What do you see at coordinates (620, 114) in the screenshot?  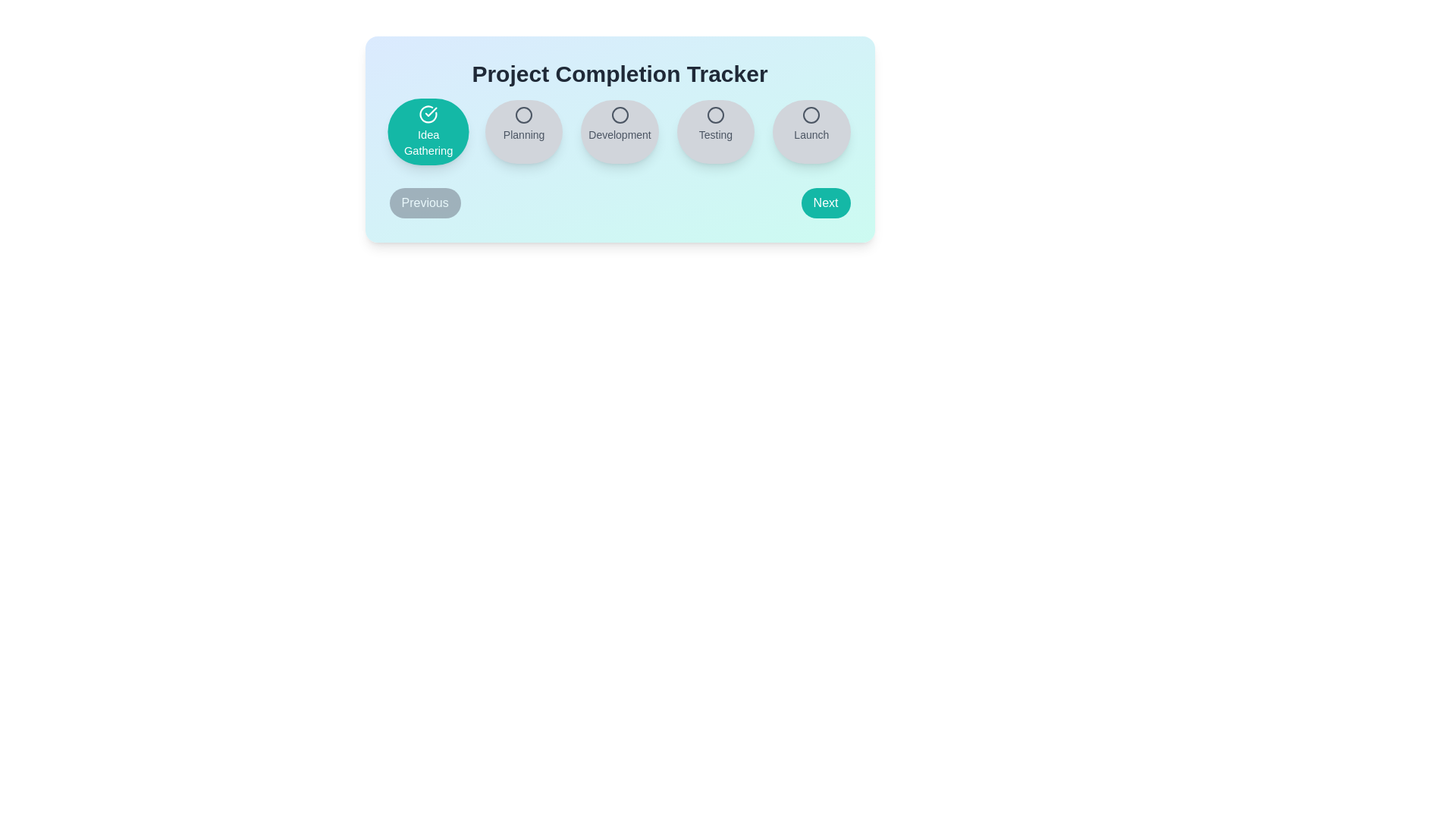 I see `the icon representing the 'Development' step in the project completion tracker, located at the center of the button` at bounding box center [620, 114].